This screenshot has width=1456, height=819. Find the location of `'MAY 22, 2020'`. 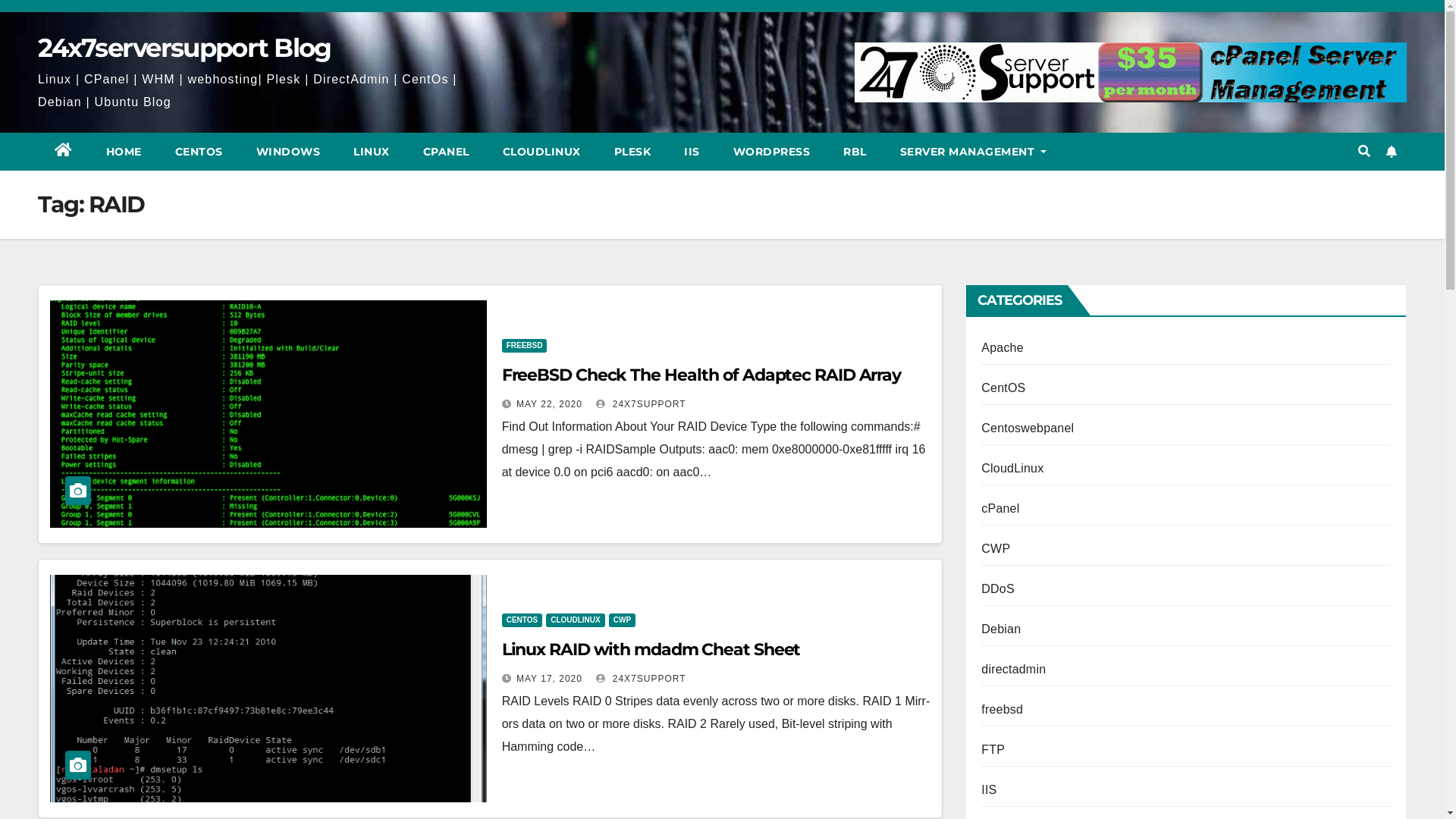

'MAY 22, 2020' is located at coordinates (548, 403).